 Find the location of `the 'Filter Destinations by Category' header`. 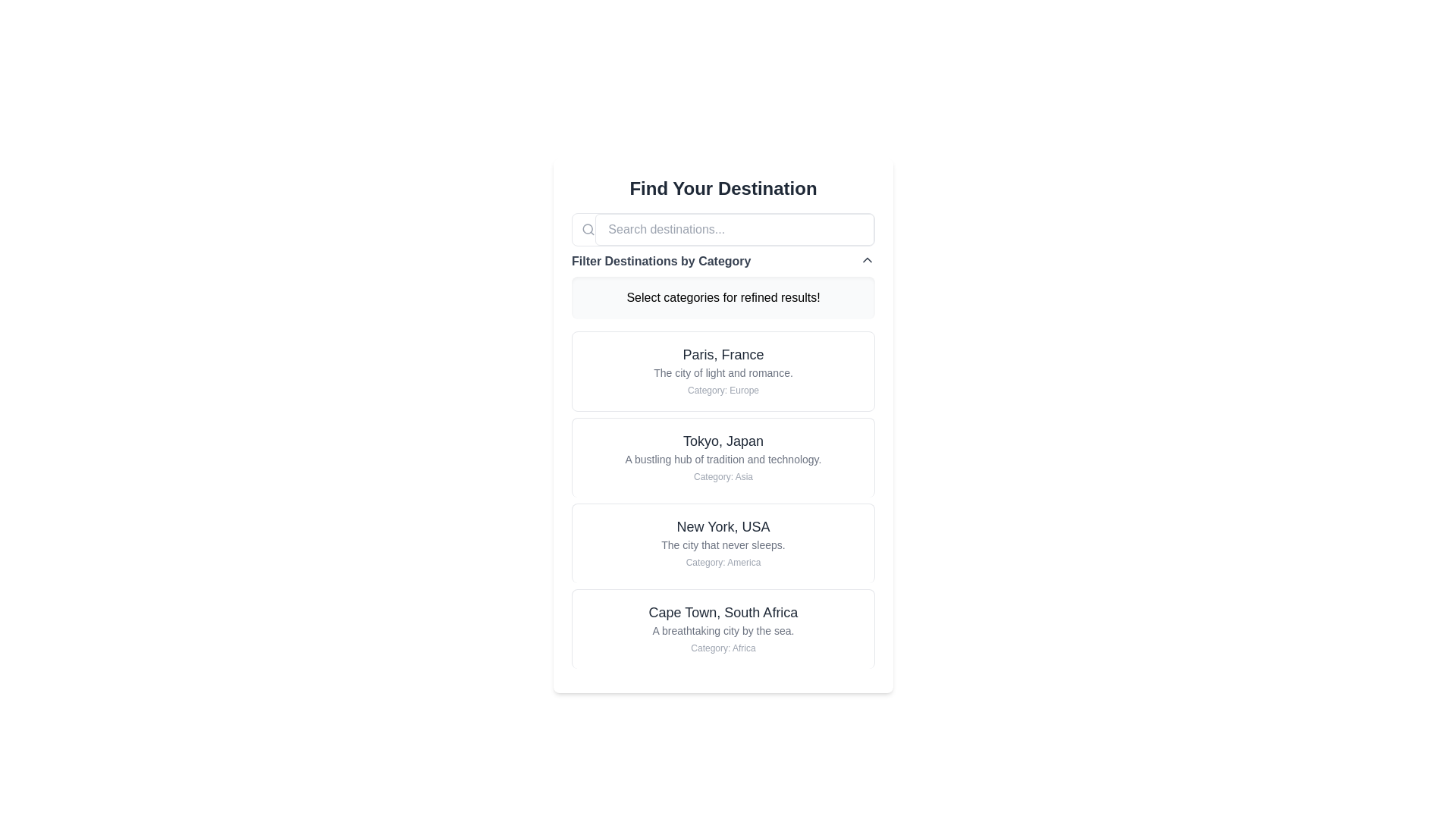

the 'Filter Destinations by Category' header is located at coordinates (723, 260).